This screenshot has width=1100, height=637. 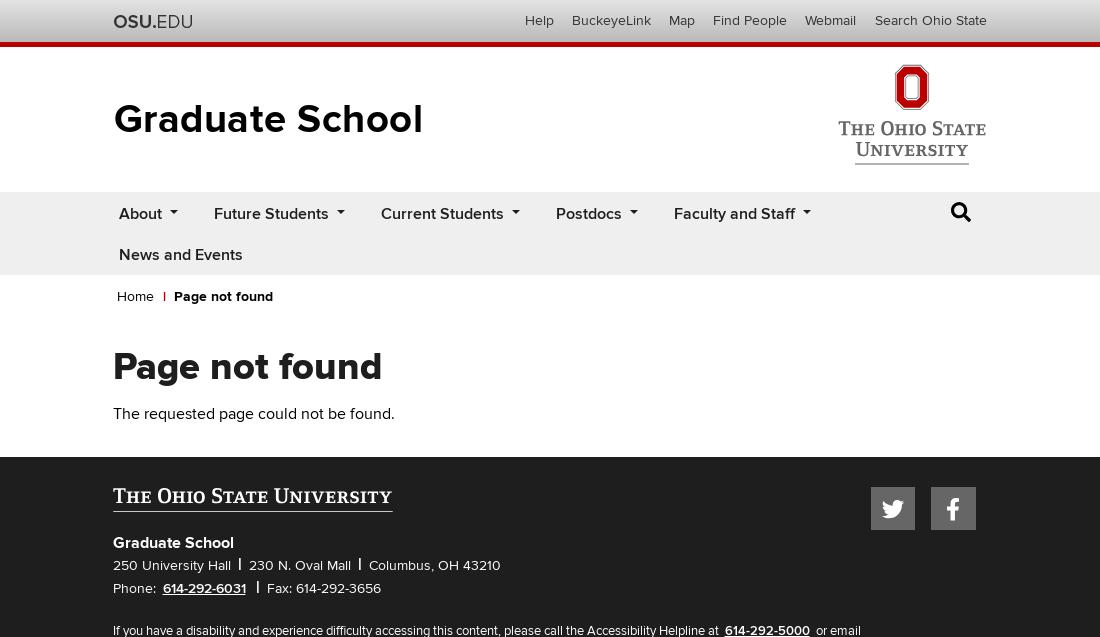 I want to click on 'News and Events', so click(x=178, y=252).